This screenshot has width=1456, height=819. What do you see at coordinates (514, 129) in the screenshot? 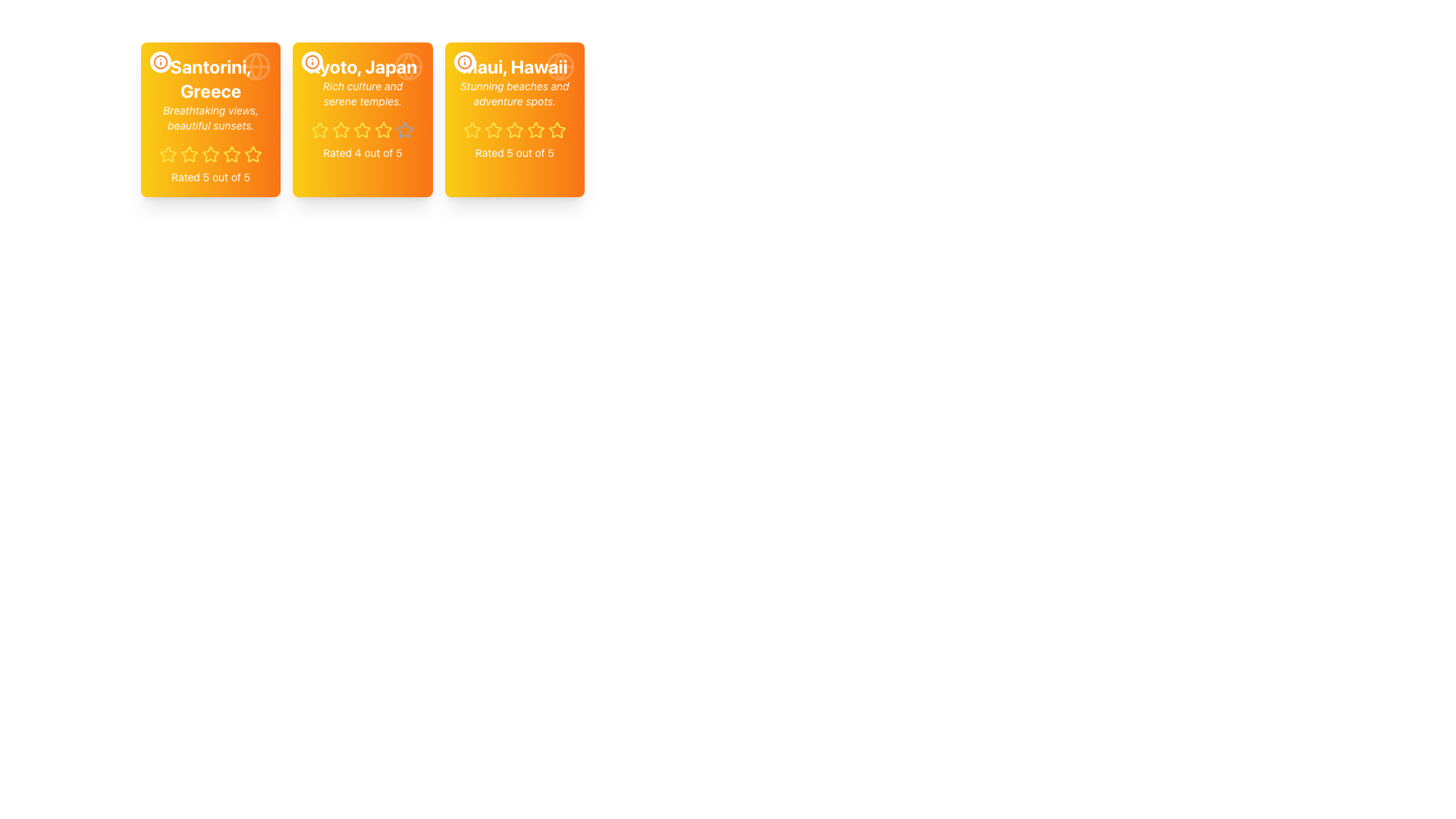
I see `the second star` at bounding box center [514, 129].